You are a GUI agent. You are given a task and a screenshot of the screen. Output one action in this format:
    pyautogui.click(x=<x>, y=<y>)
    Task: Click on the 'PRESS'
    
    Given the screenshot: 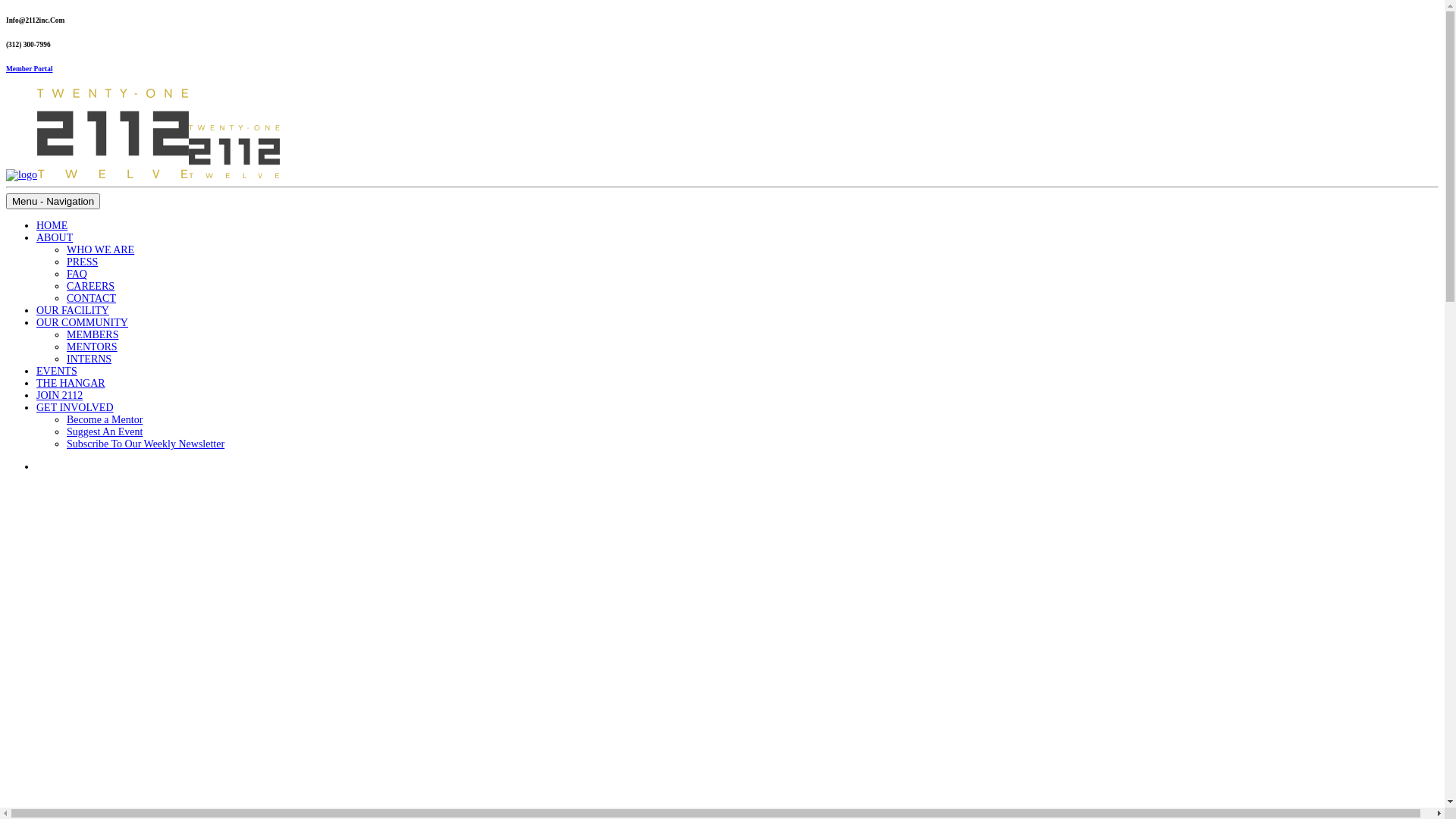 What is the action you would take?
    pyautogui.click(x=65, y=261)
    